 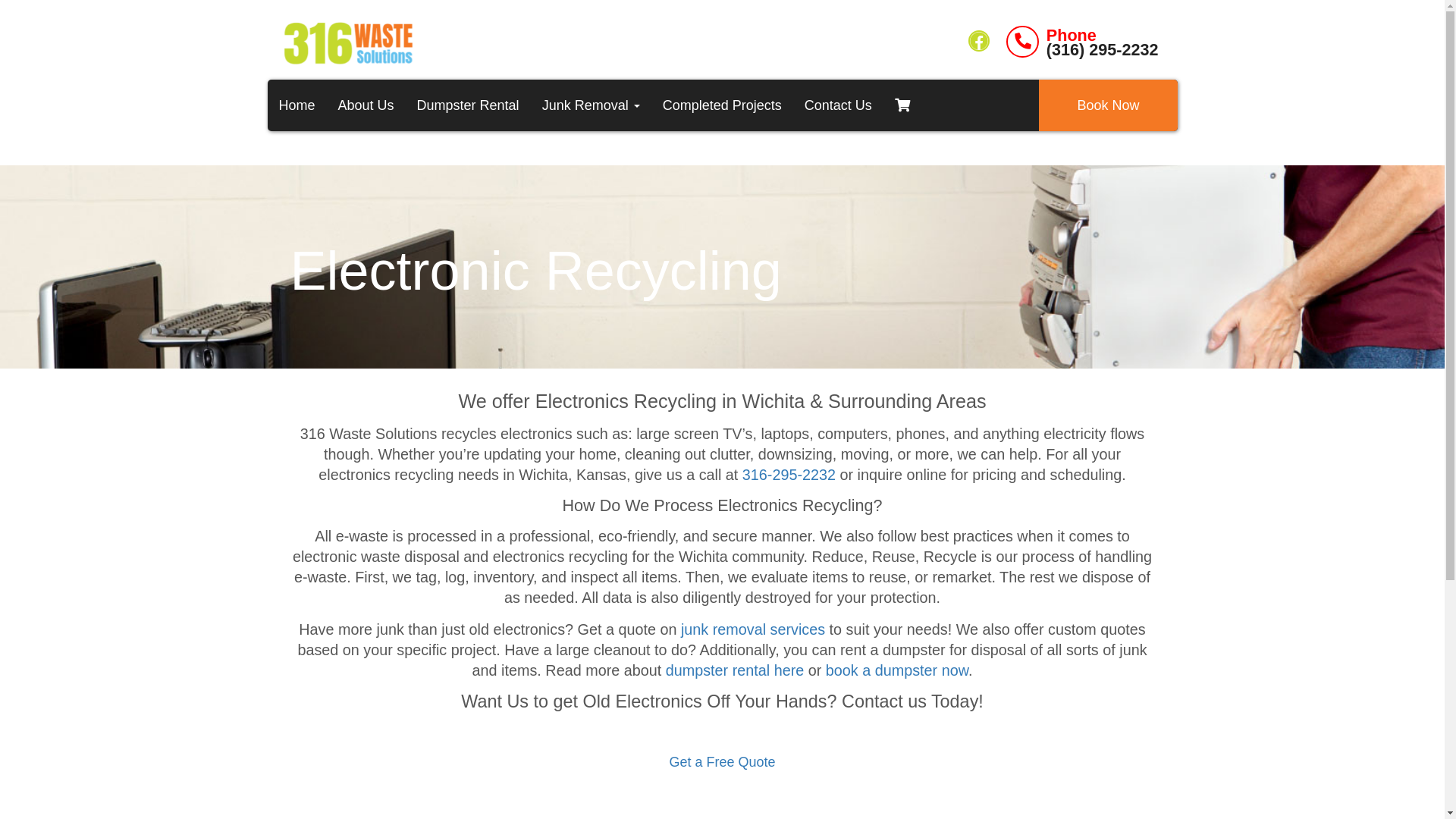 I want to click on 'Get a Free Quote', so click(x=720, y=762).